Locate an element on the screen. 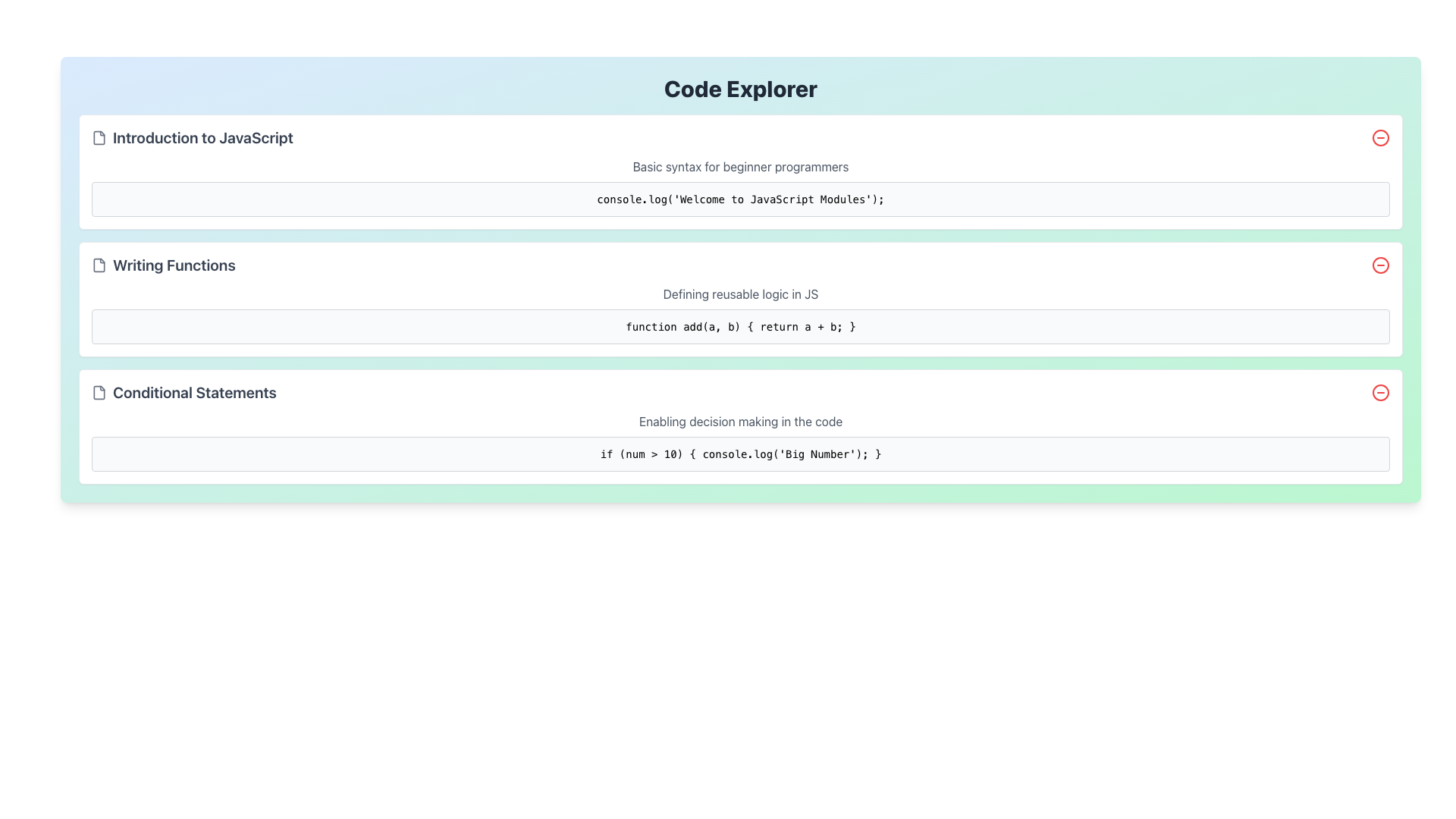  the Text Label element located in the 'Conditional Statements' section, which serves as a descriptive heading above a code snippet is located at coordinates (741, 421).